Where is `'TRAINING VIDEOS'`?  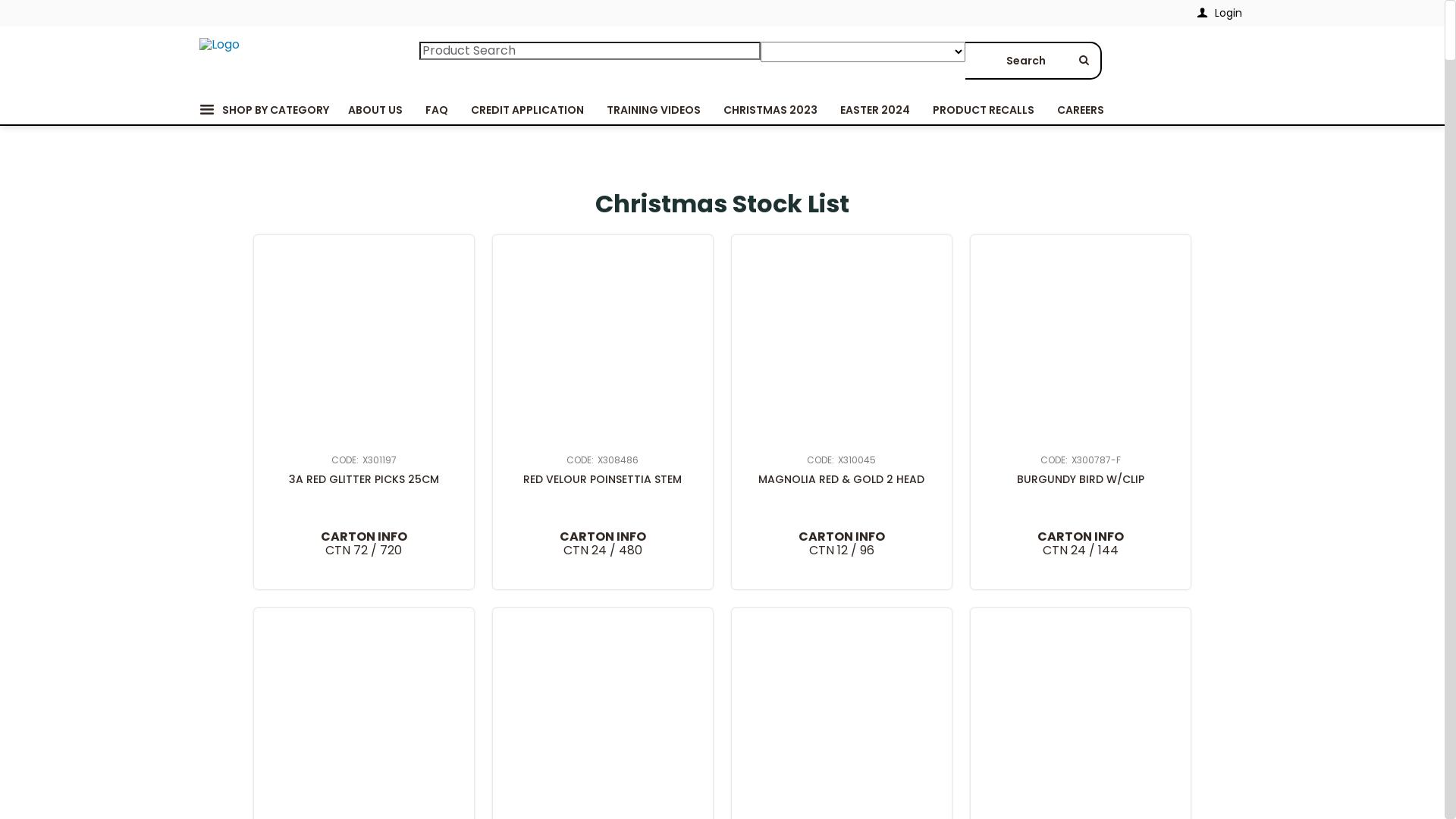 'TRAINING VIDEOS' is located at coordinates (652, 109).